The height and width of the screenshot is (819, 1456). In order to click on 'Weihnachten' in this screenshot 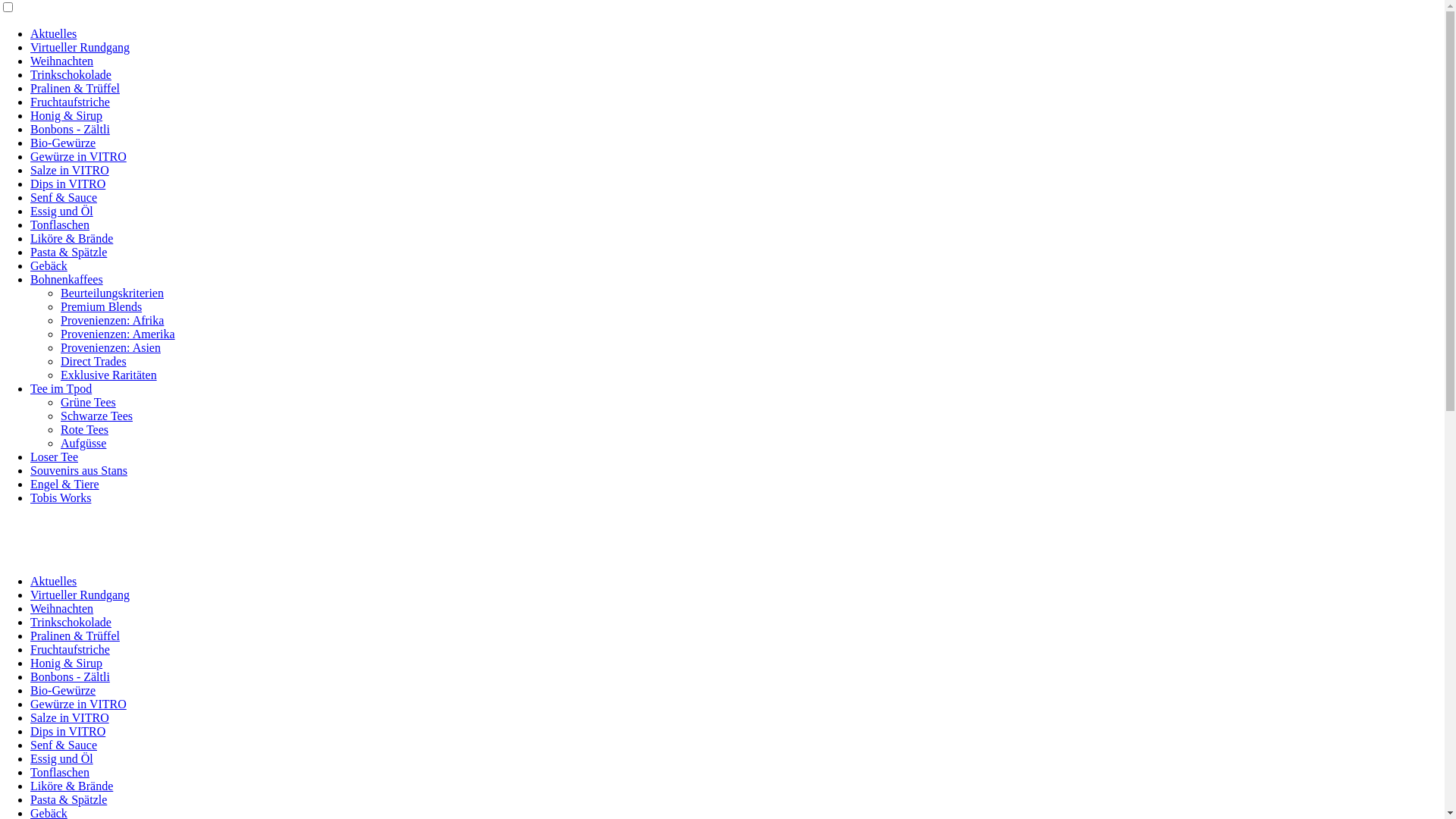, I will do `click(30, 60)`.